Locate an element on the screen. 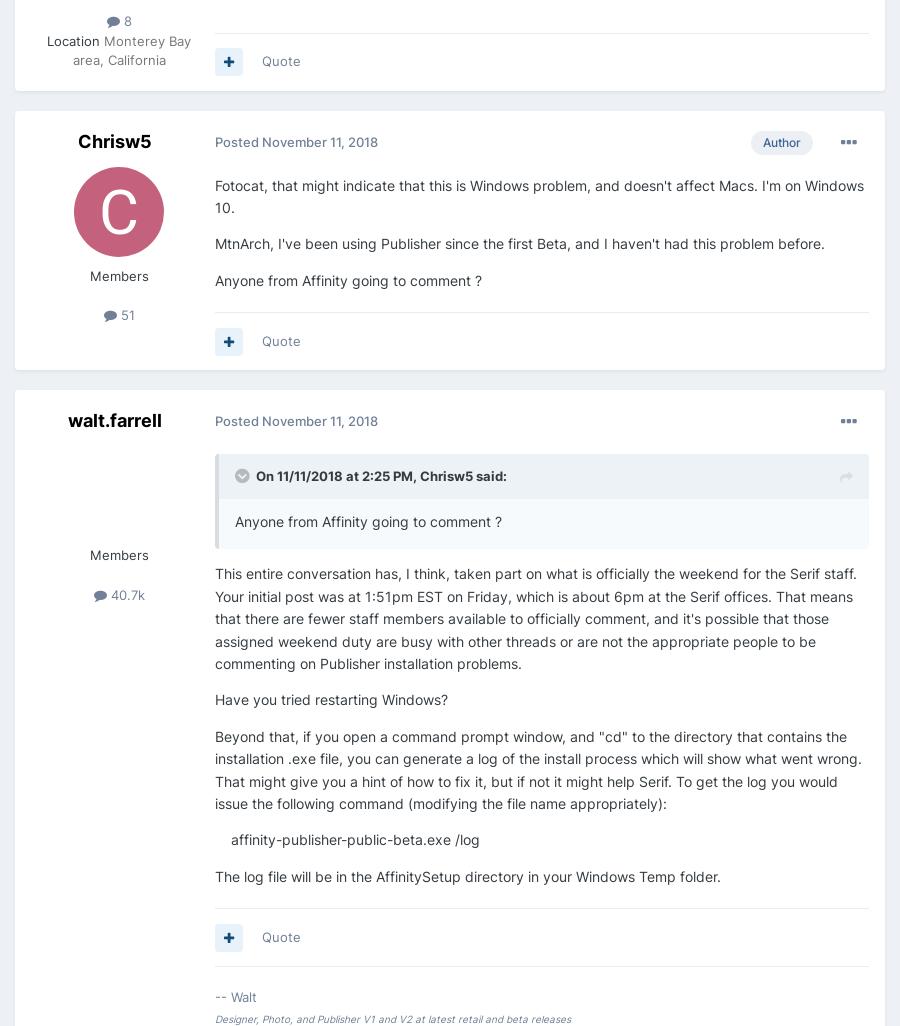  'yone from Affinity going to comment ?' is located at coordinates (377, 521).